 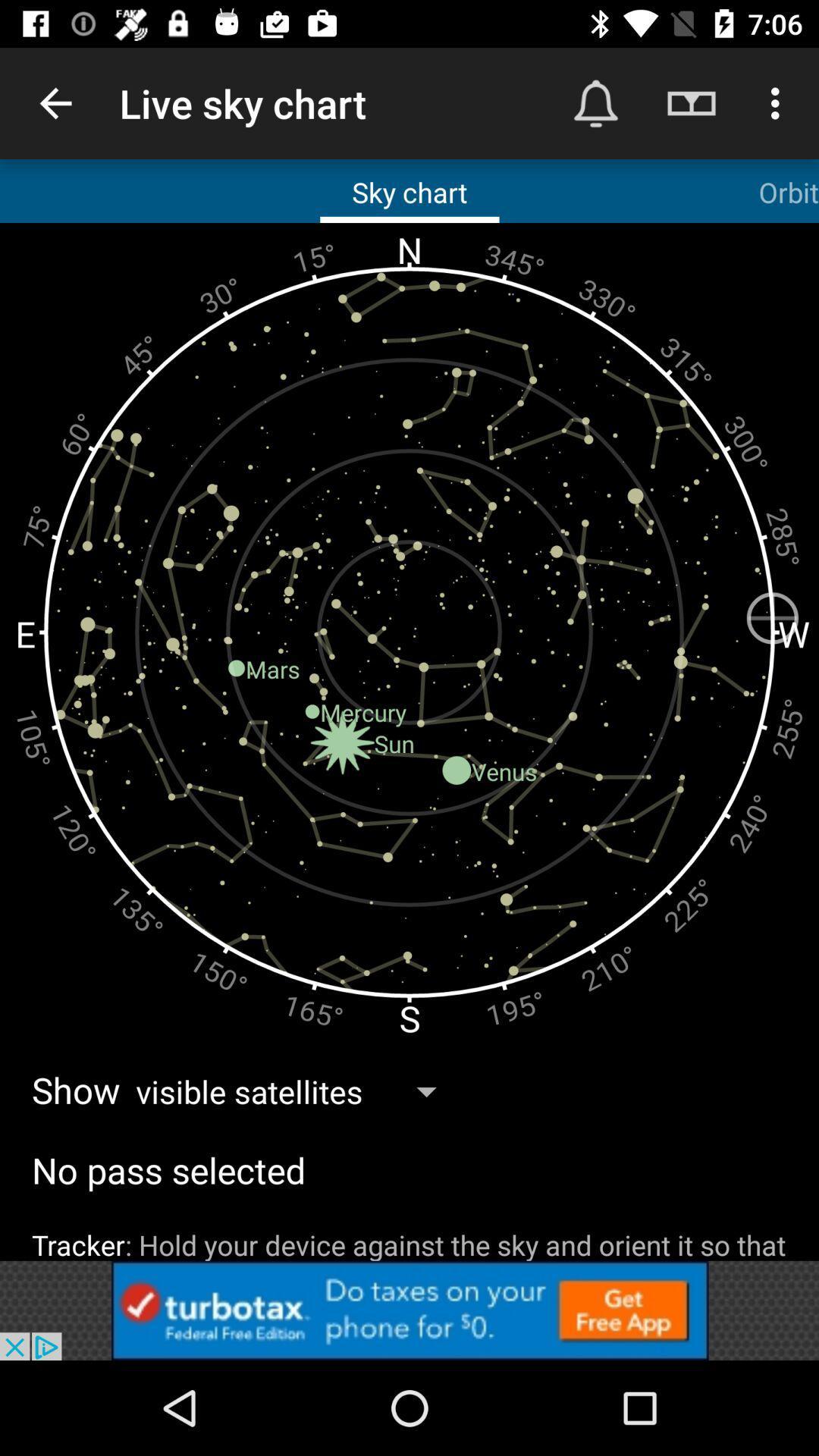 I want to click on click advertisement, so click(x=409, y=1310).